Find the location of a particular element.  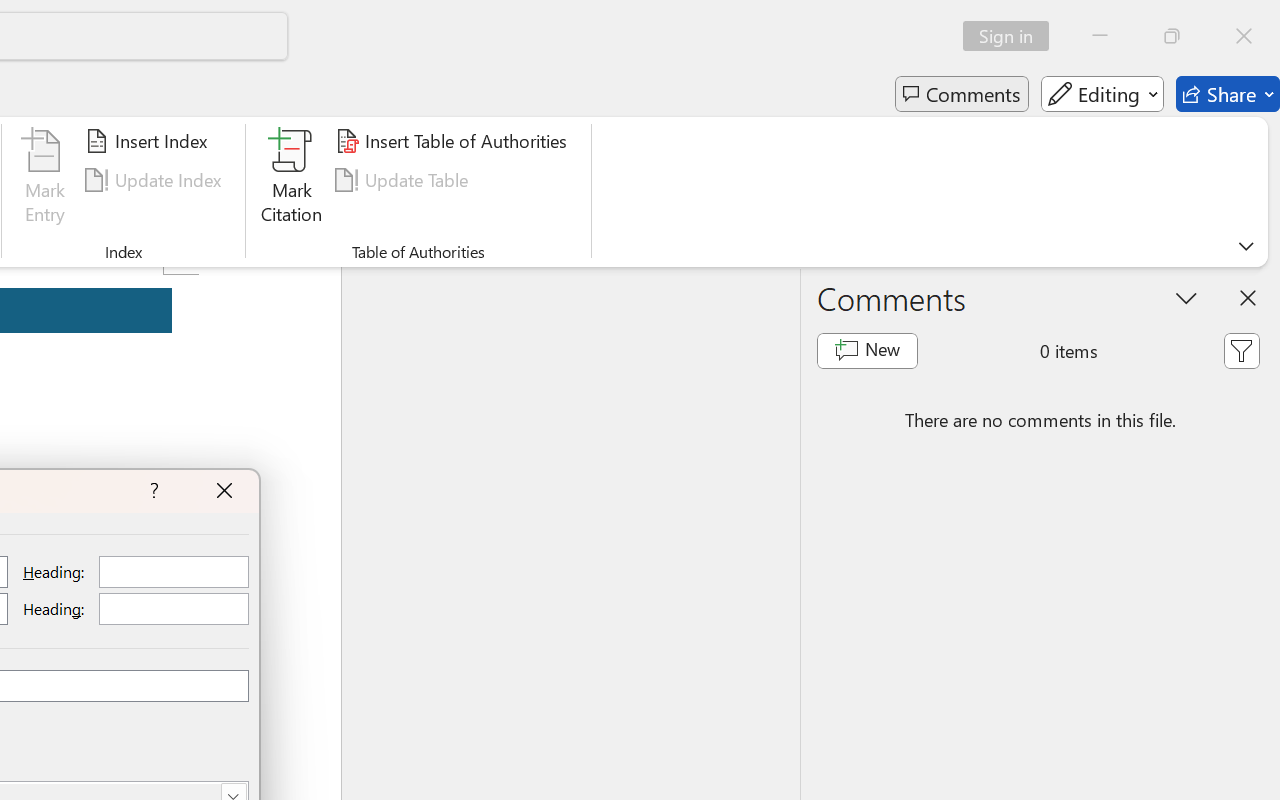

'Editing' is located at coordinates (1101, 94).